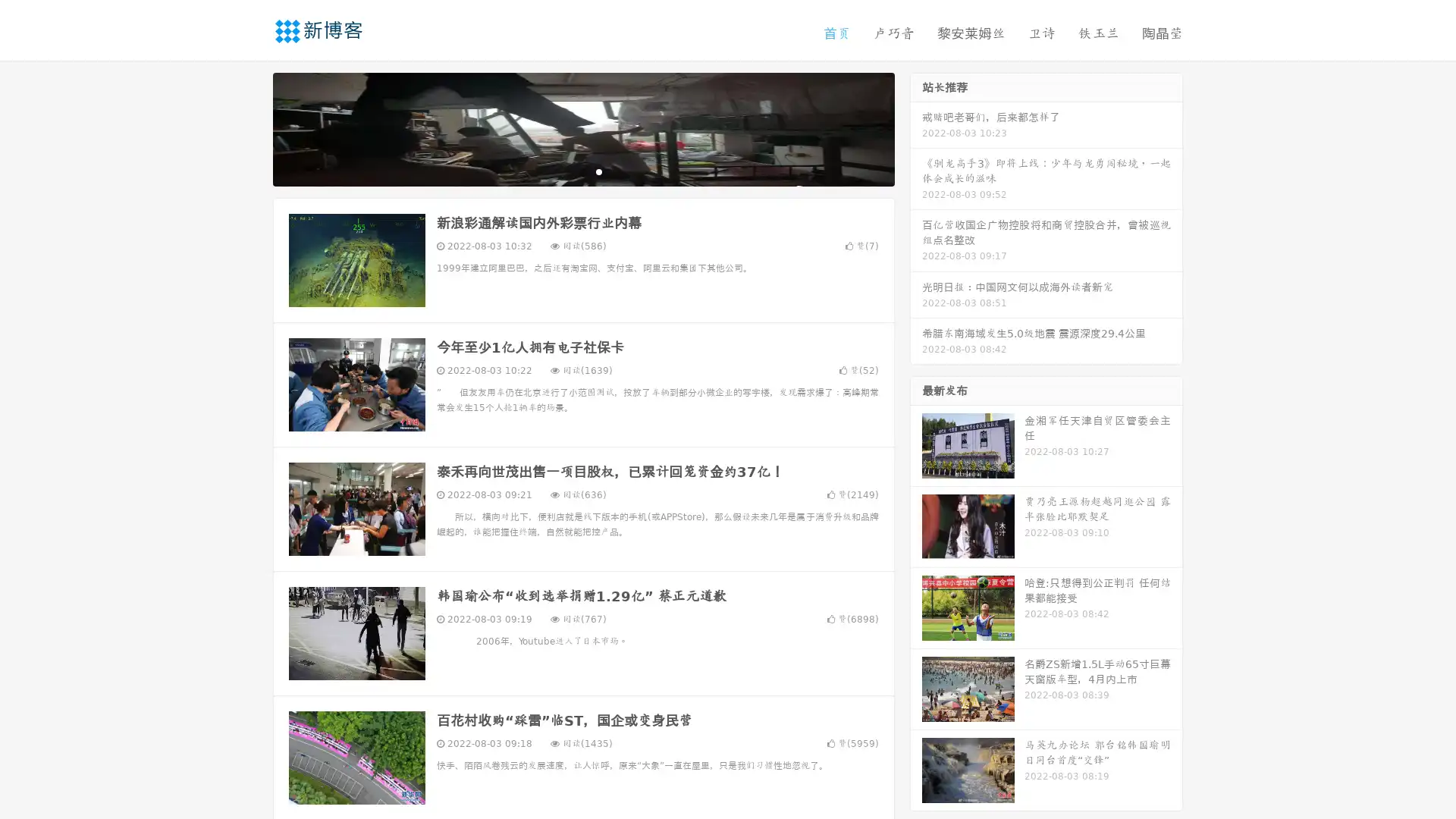 The image size is (1456, 819). Describe the element at coordinates (916, 127) in the screenshot. I see `Next slide` at that location.